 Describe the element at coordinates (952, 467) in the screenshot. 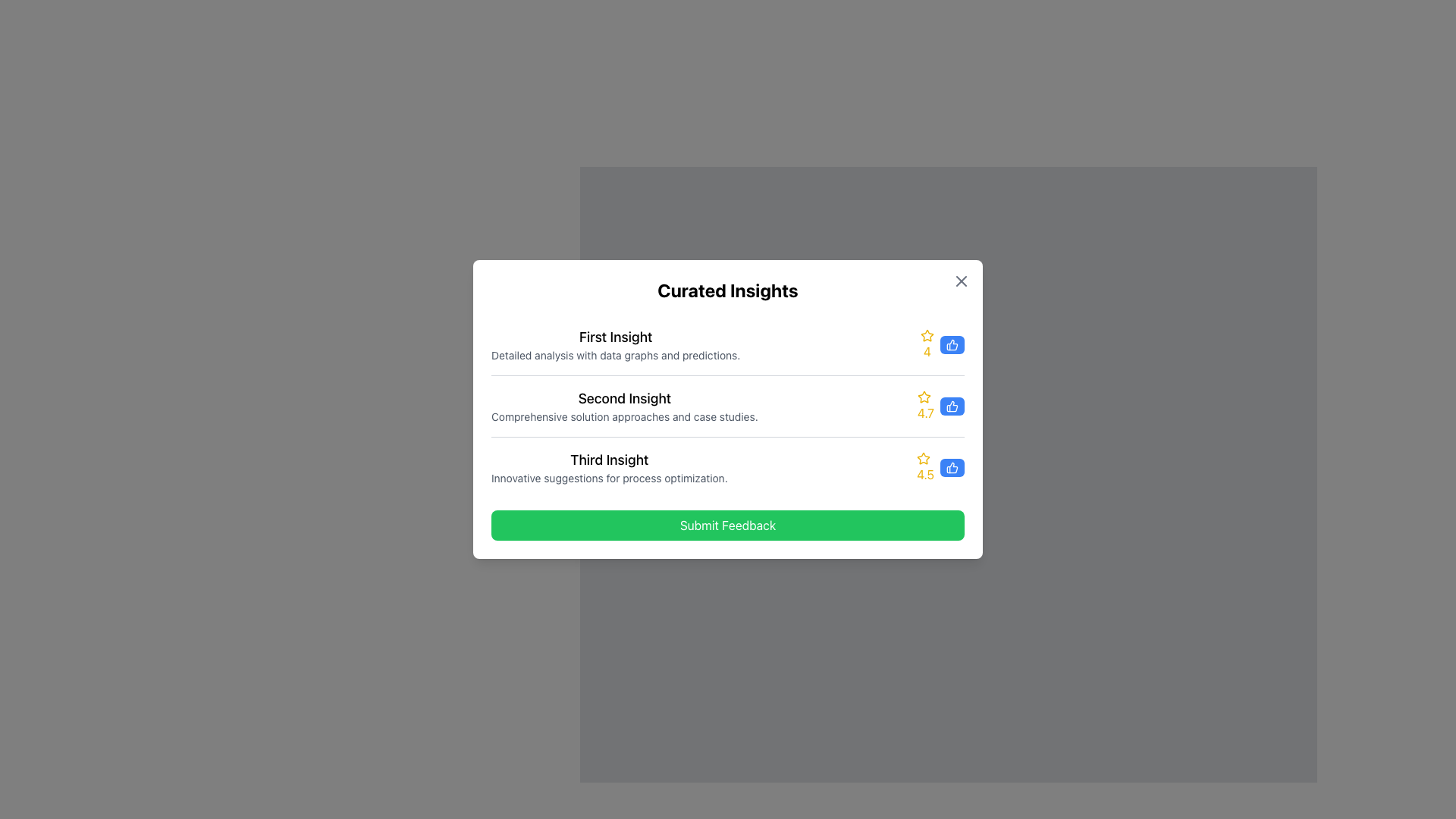

I see `the like icon located next to the rating text '4.7' in the second row of the displayed list to indicate approval` at that location.